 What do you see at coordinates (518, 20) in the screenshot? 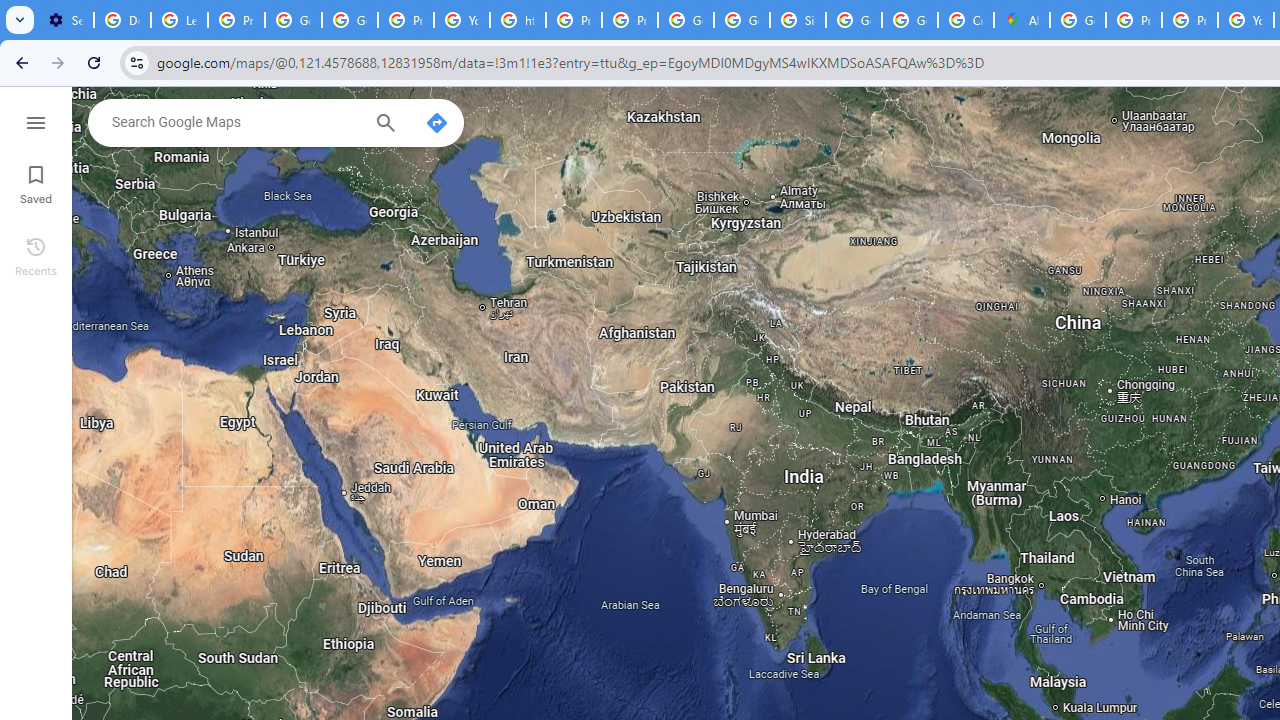
I see `'https://scholar.google.com/'` at bounding box center [518, 20].